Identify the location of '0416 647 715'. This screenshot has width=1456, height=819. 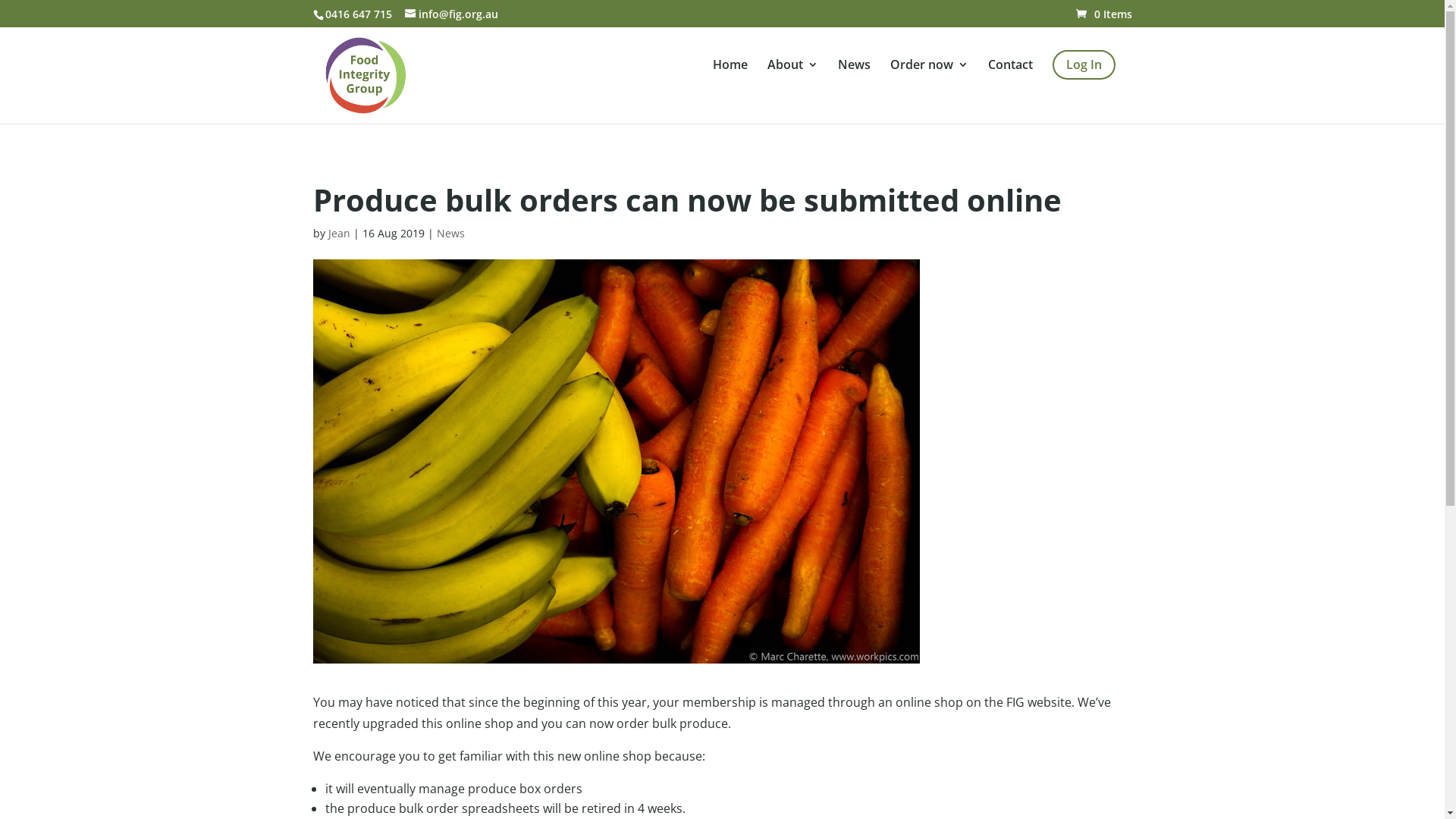
(356, 13).